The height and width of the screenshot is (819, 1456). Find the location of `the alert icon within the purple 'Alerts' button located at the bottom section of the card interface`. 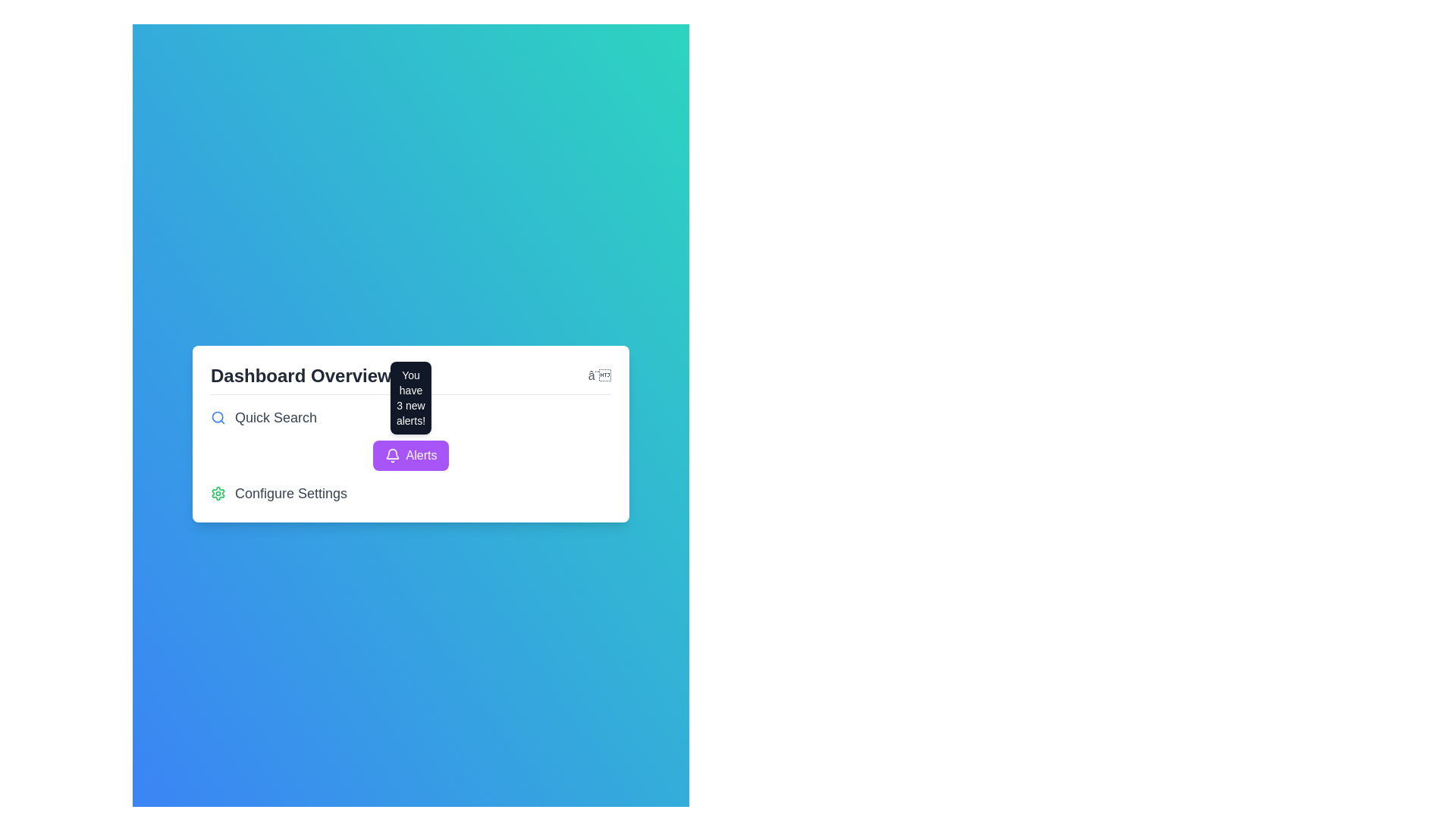

the alert icon within the purple 'Alerts' button located at the bottom section of the card interface is located at coordinates (392, 454).